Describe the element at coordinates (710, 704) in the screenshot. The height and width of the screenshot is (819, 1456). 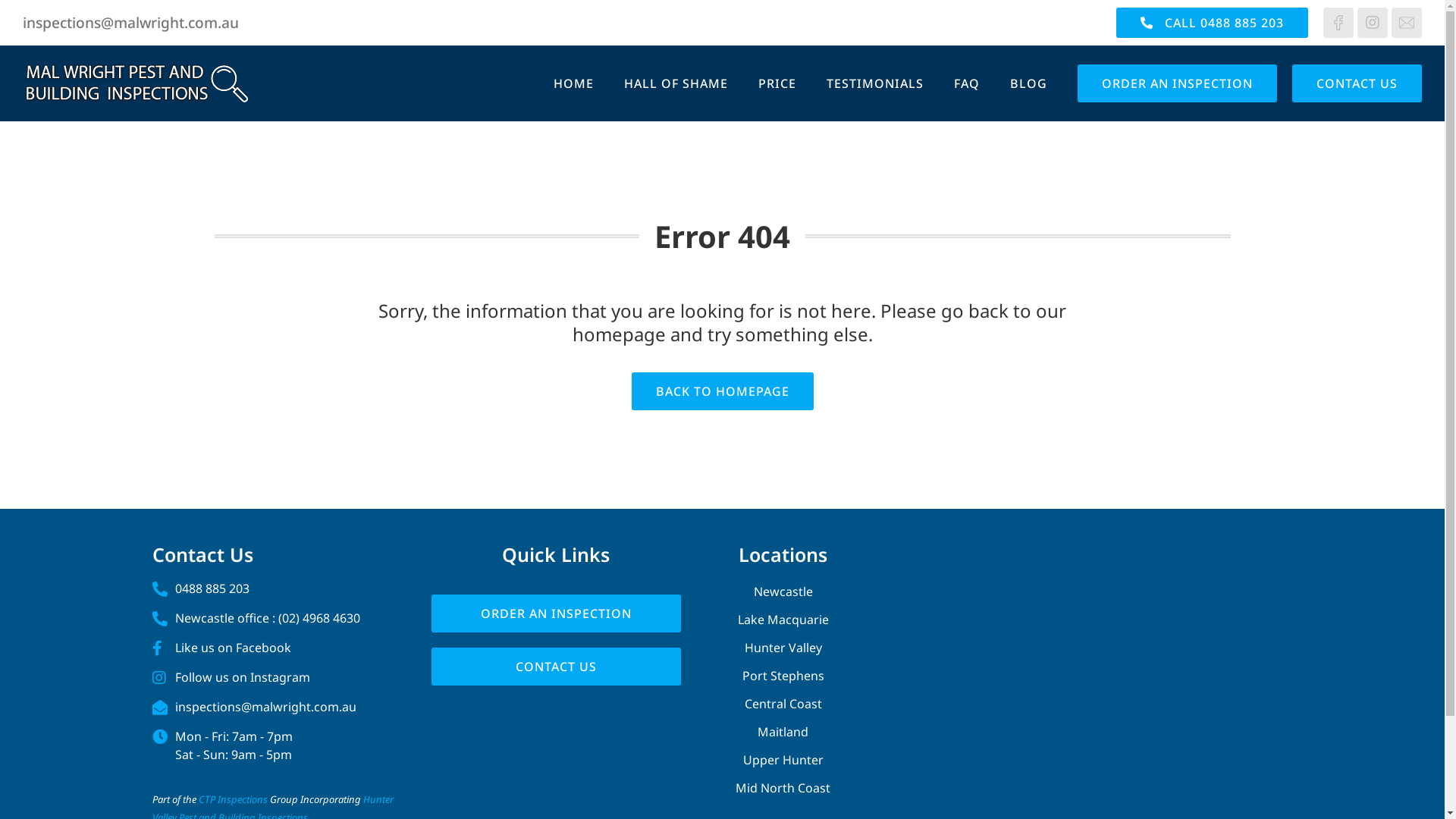
I see `'Central Coast'` at that location.